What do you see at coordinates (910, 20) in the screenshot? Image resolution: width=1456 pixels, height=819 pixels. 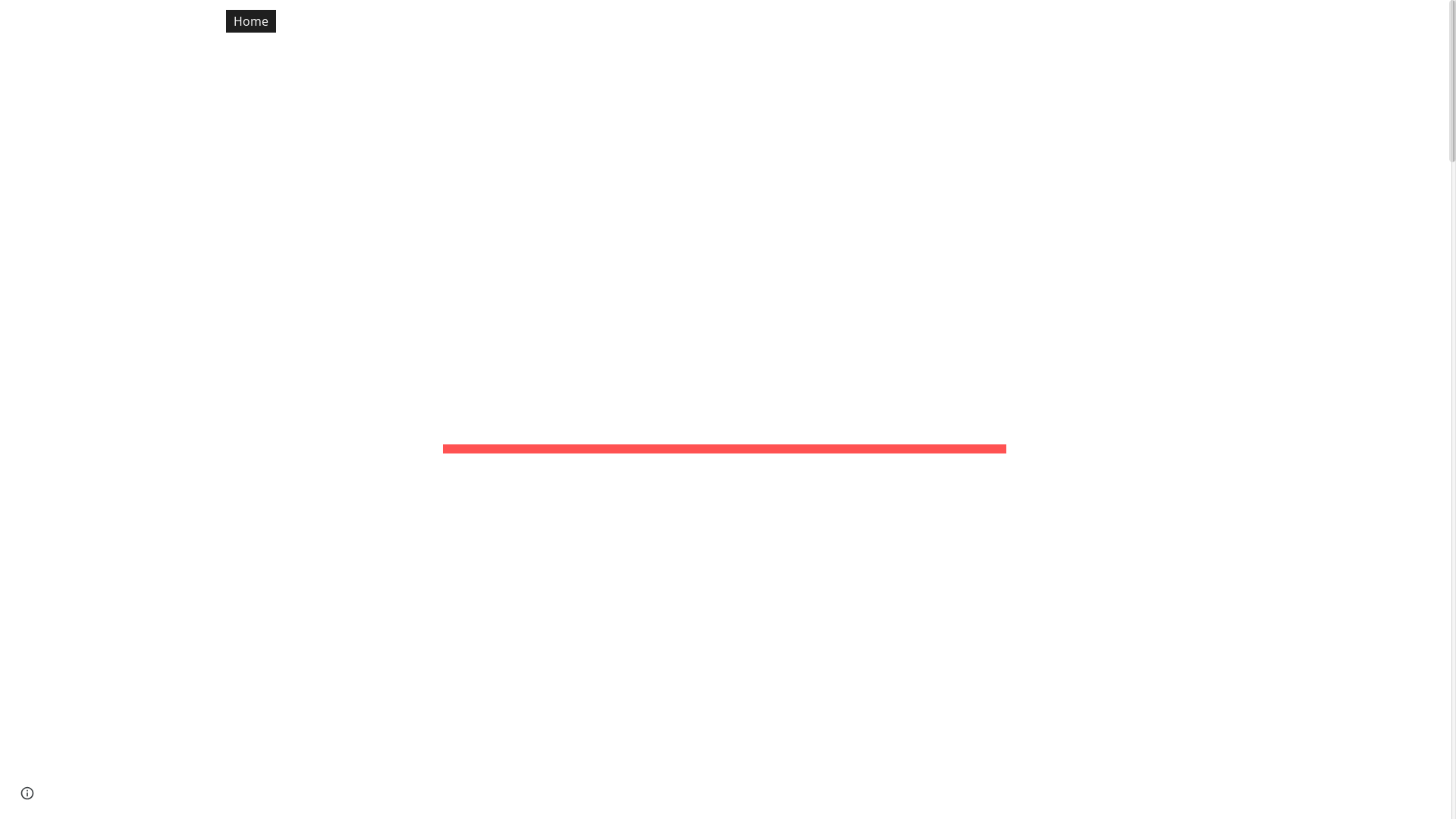 I see `'Careful Consumer'` at bounding box center [910, 20].